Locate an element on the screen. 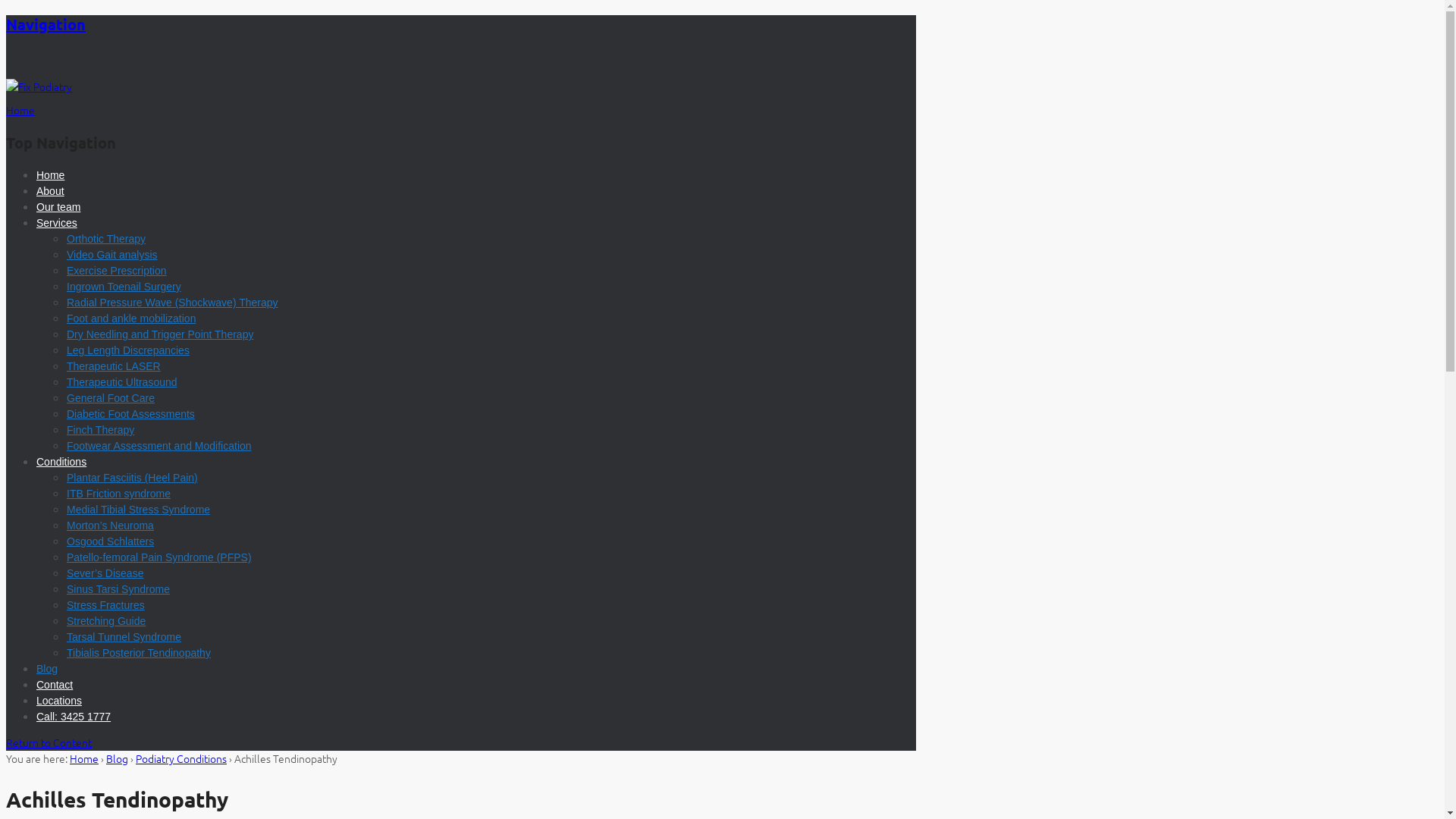 This screenshot has height=819, width=1456. 'Patello-femoral Pain Syndrome (PFPS)' is located at coordinates (159, 557).